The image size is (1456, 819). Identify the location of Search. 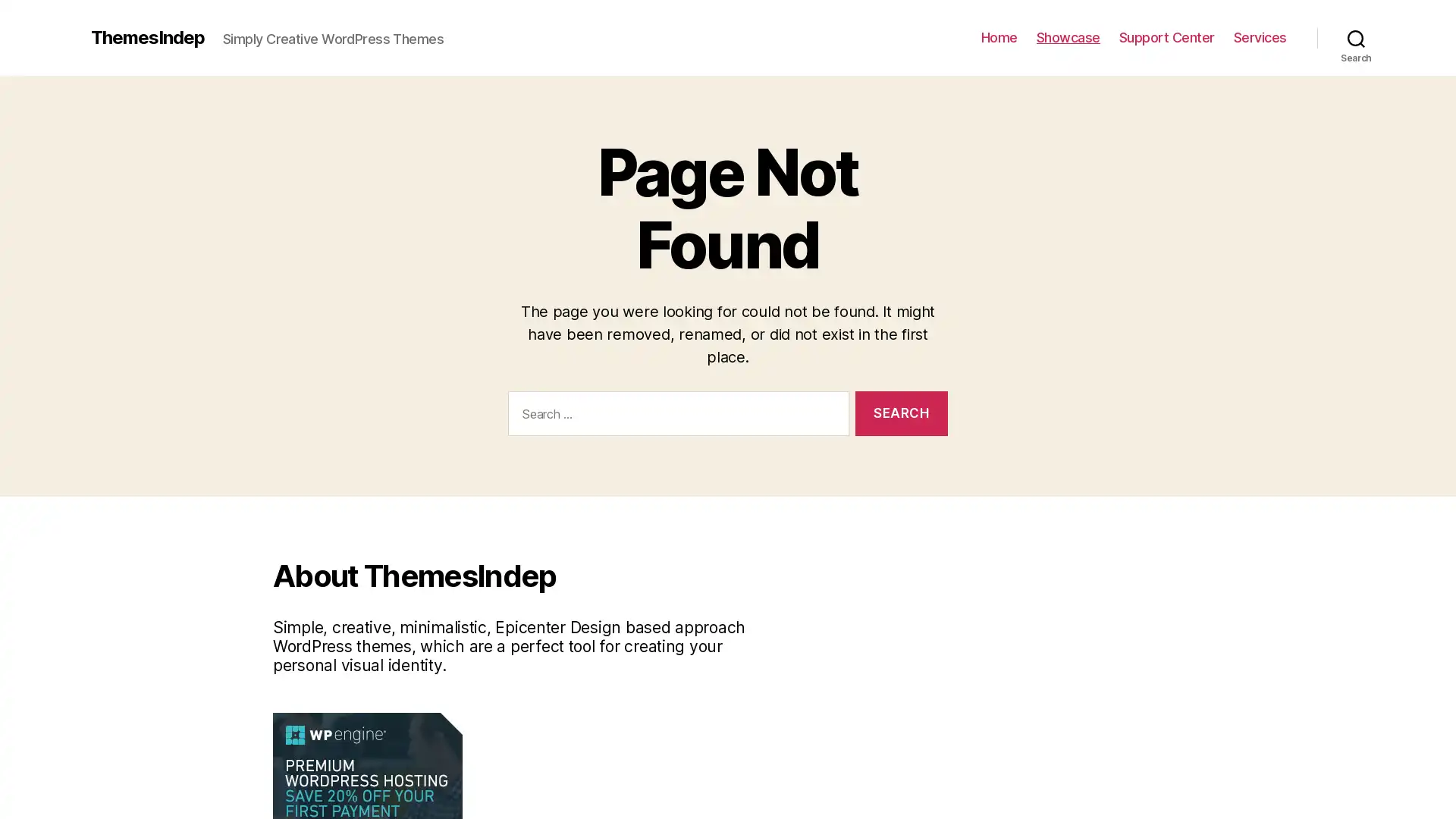
(1356, 37).